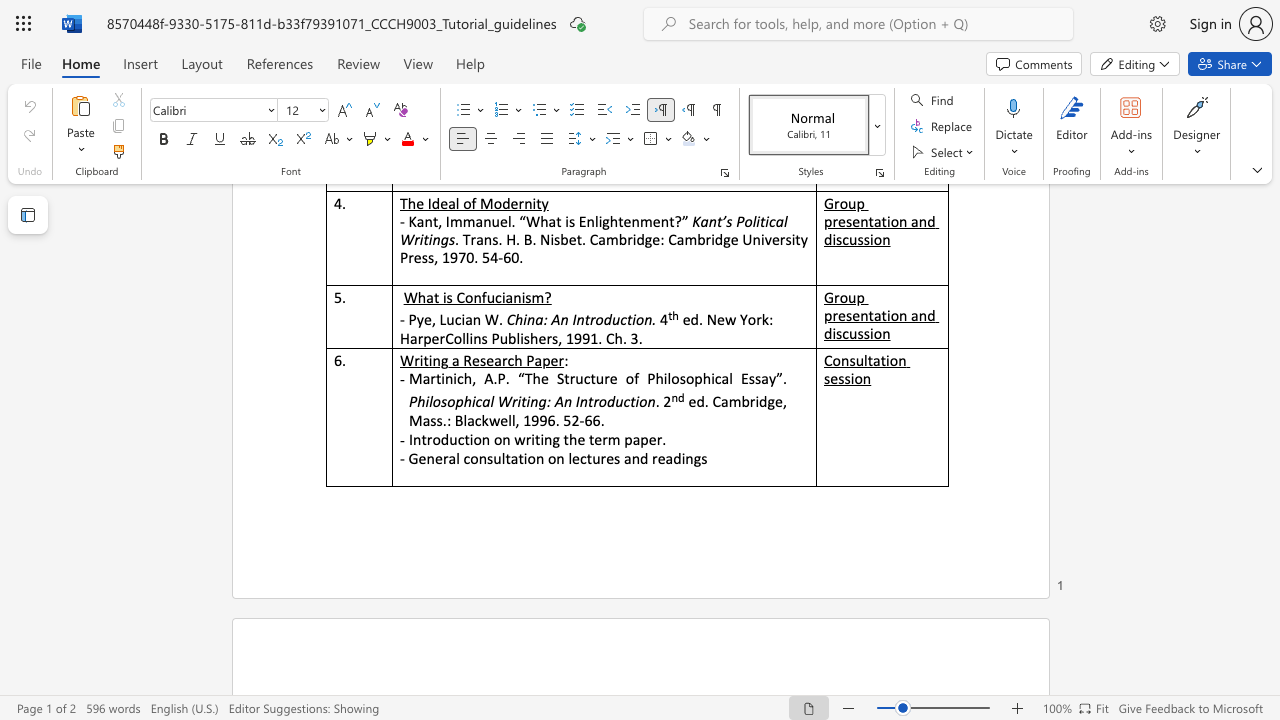  I want to click on the subset text "l consultatio" within the text "- General consultation on lectures and readings", so click(455, 458).